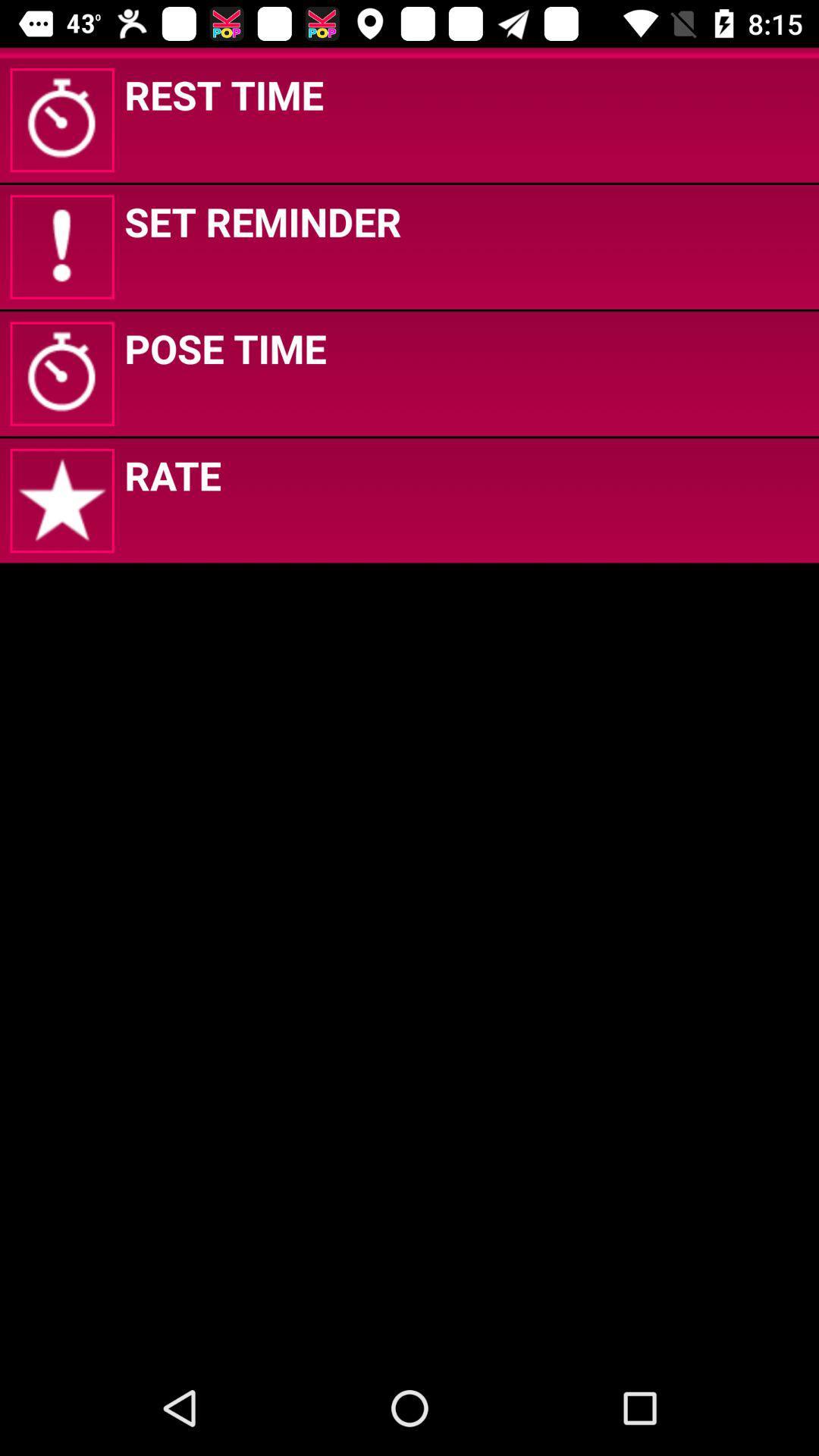  I want to click on item above rate app, so click(225, 347).